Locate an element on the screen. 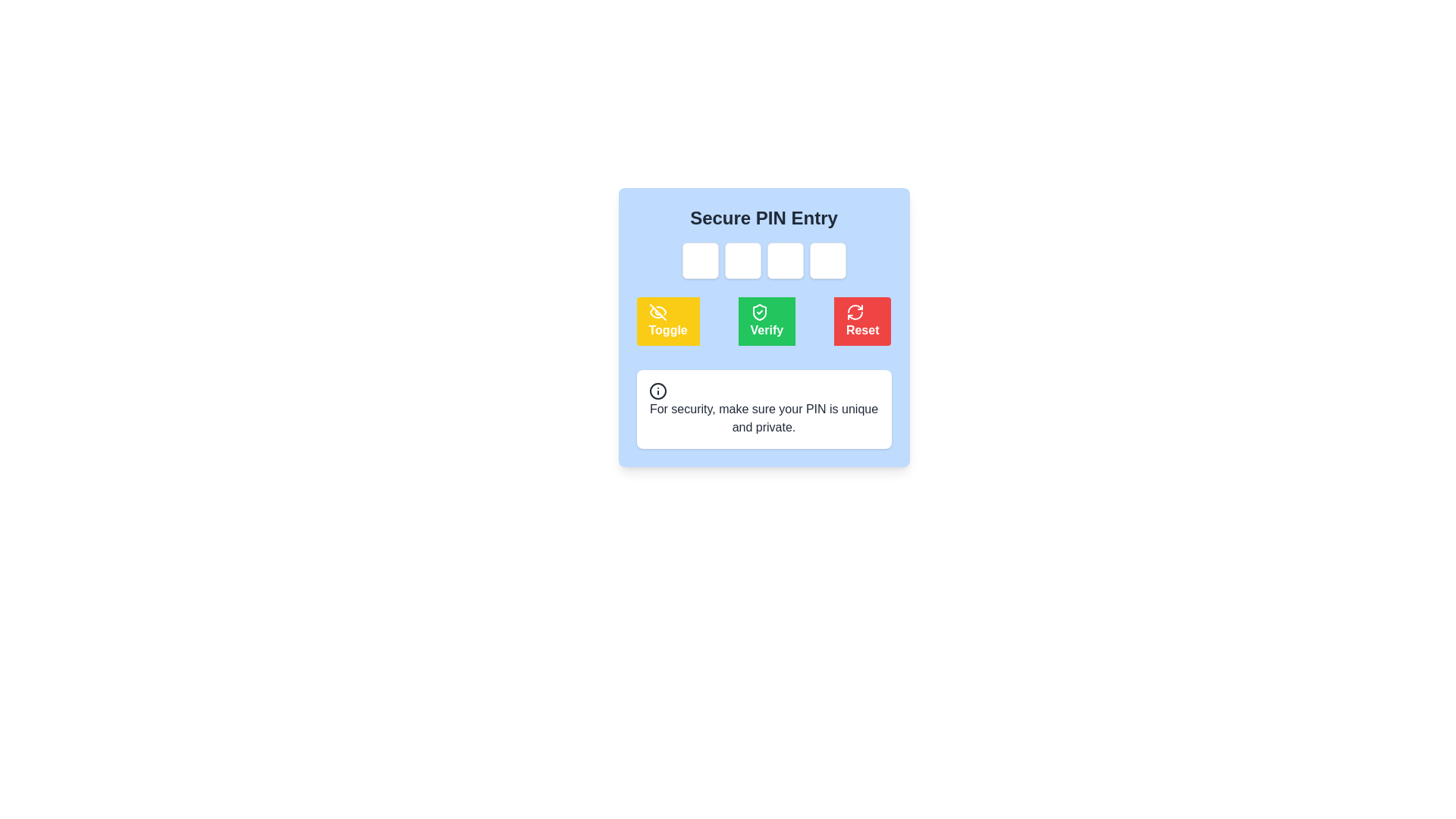 Image resolution: width=1456 pixels, height=819 pixels. the 'Toggle' button, which has a bright yellow background and an eye icon with a line crossing it is located at coordinates (667, 321).